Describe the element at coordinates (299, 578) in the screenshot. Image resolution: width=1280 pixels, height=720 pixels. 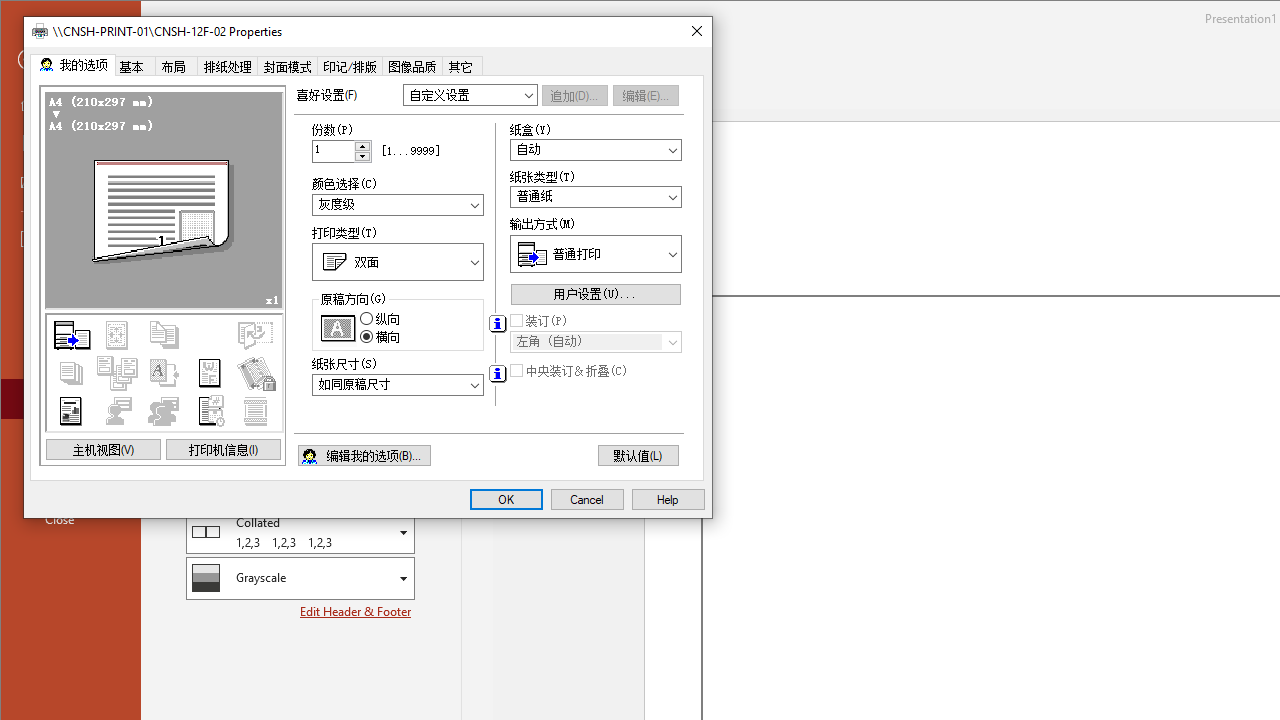
I see `'Color/Grayscale'` at that location.